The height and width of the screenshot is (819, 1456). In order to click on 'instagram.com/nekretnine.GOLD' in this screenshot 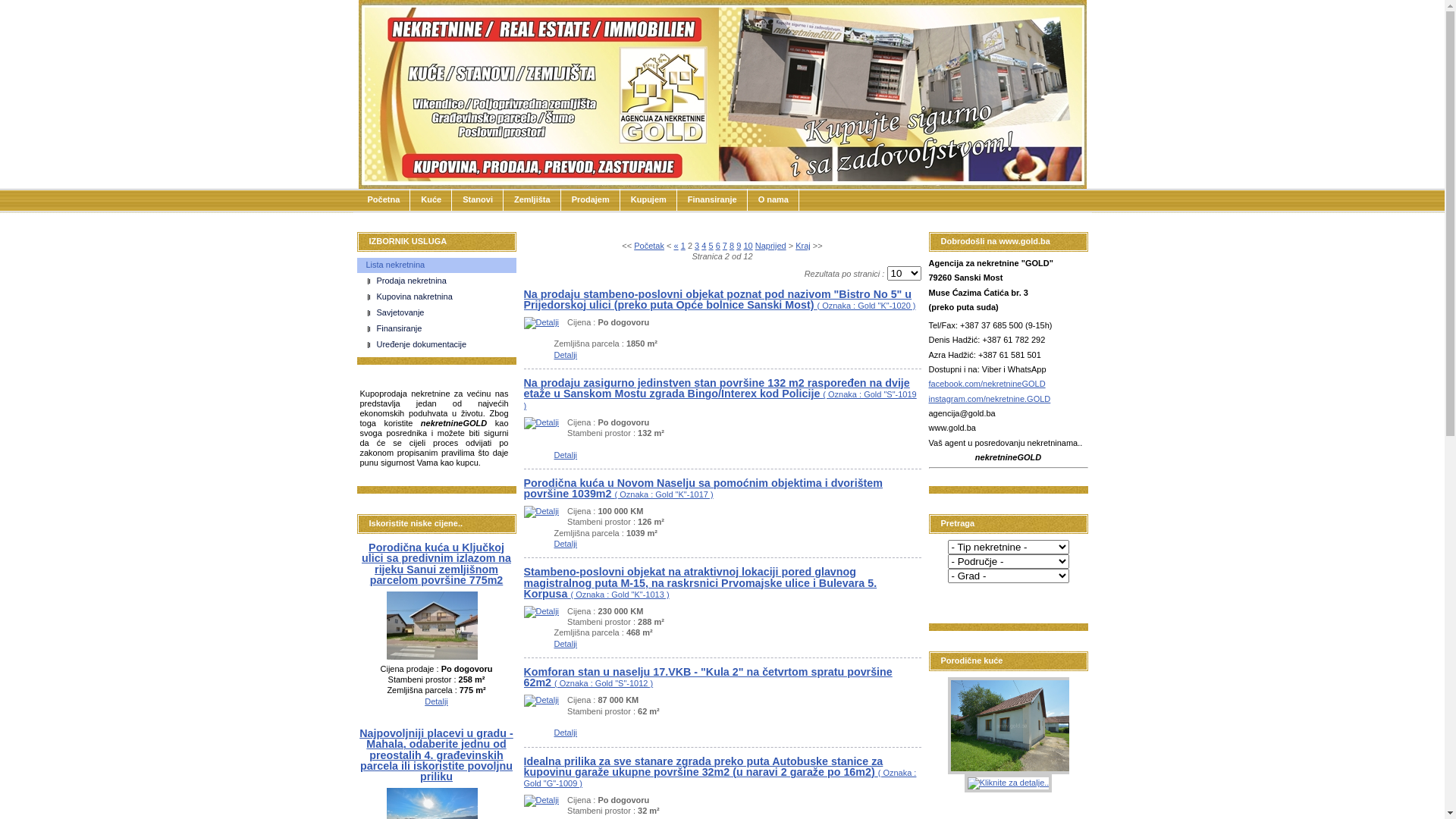, I will do `click(989, 397)`.